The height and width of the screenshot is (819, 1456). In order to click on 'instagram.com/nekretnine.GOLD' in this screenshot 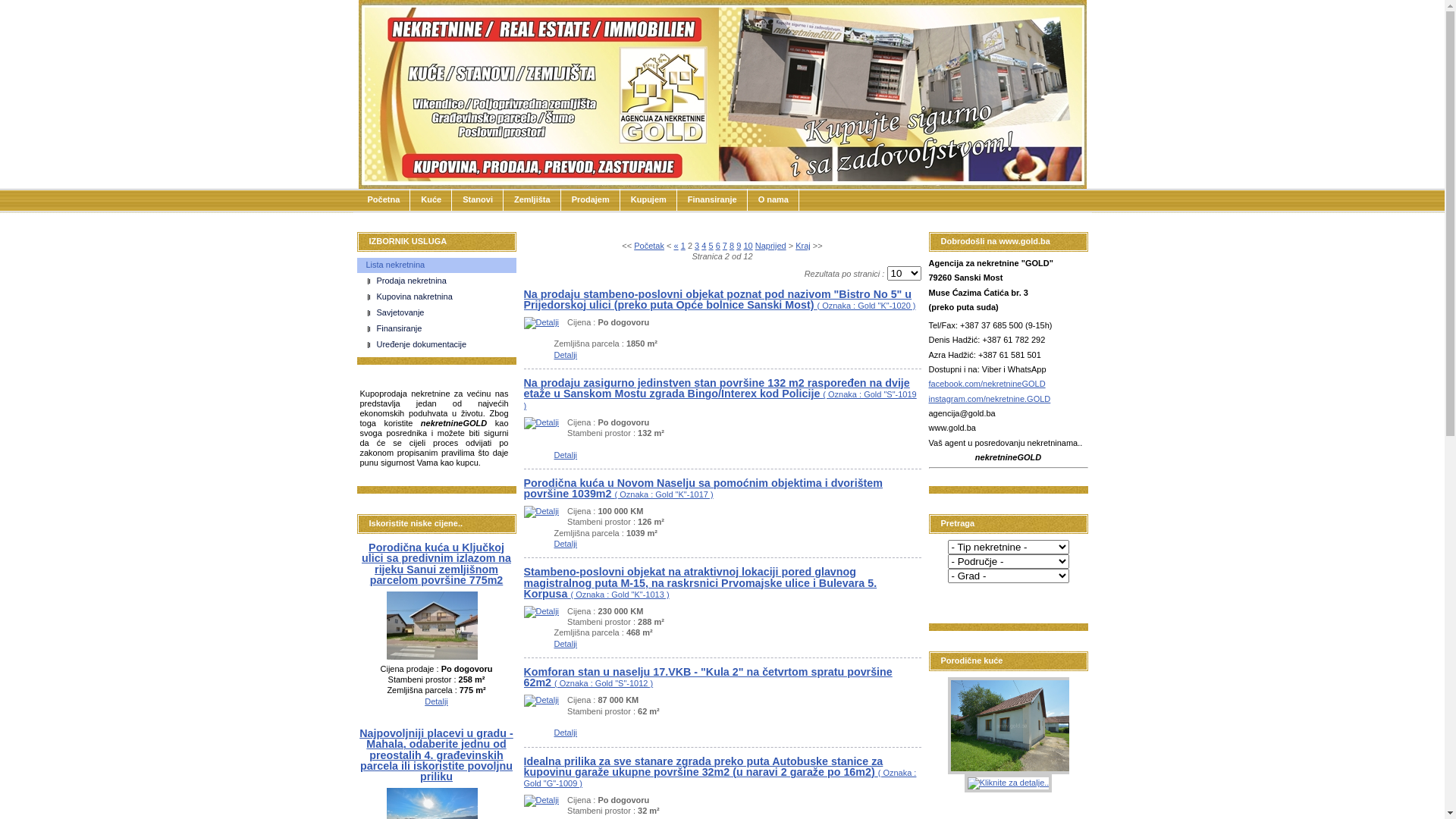, I will do `click(989, 397)`.